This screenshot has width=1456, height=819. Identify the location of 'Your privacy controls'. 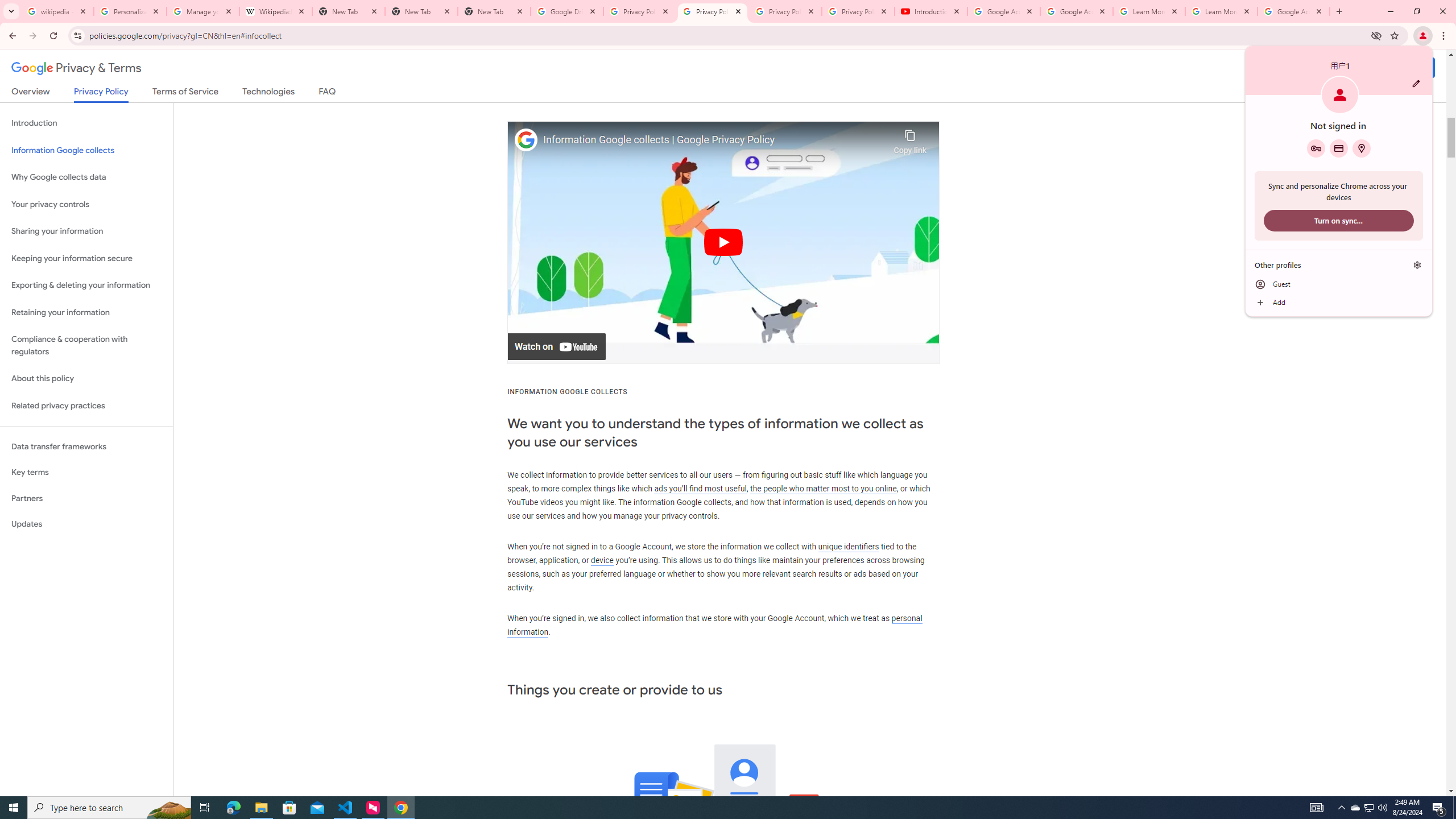
(86, 205).